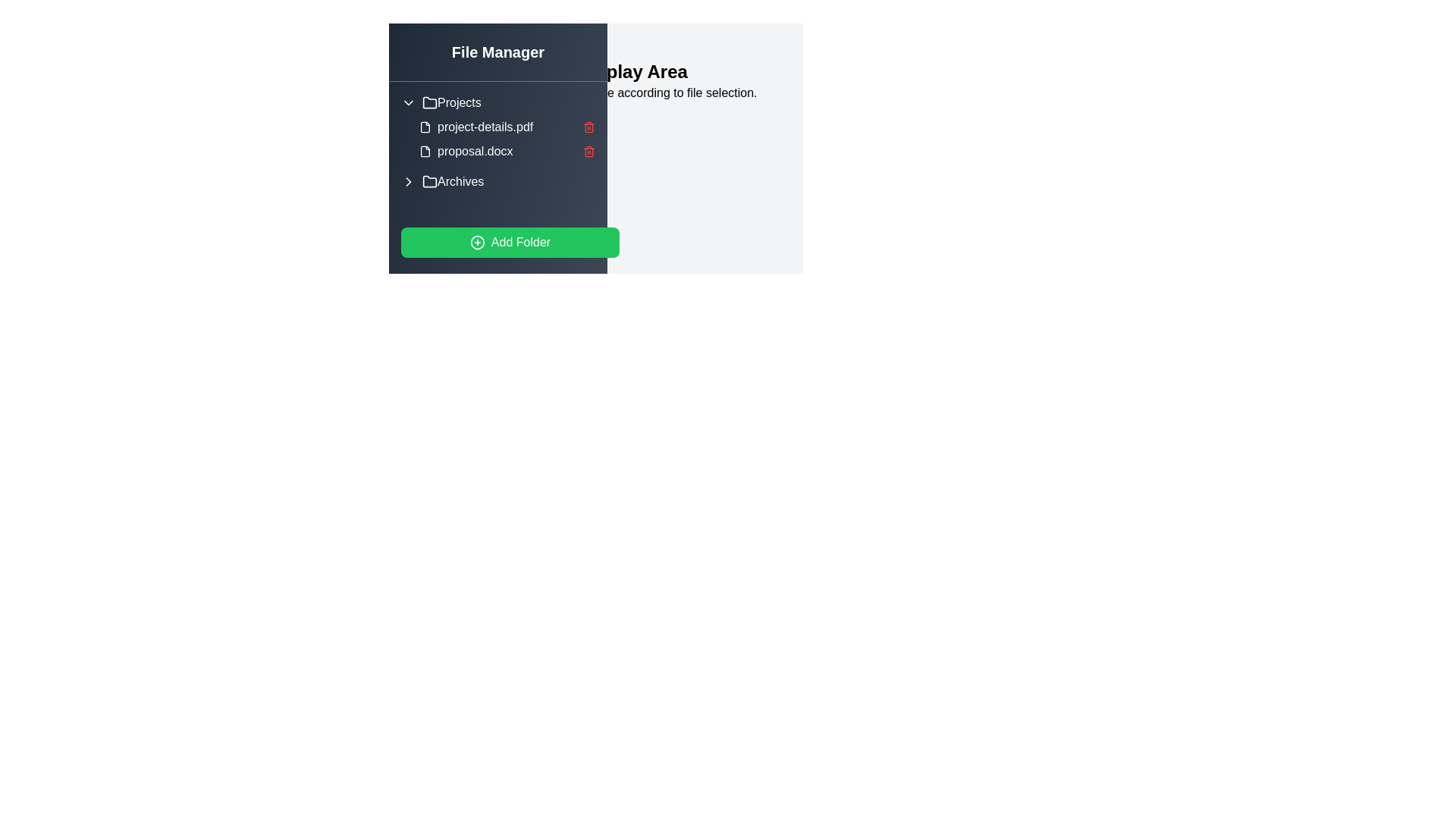 The image size is (1456, 819). I want to click on the simplistic file icon representing 'project-details.pdf' in the 'File Manager' sidebar to observe the associated file details, so click(425, 127).